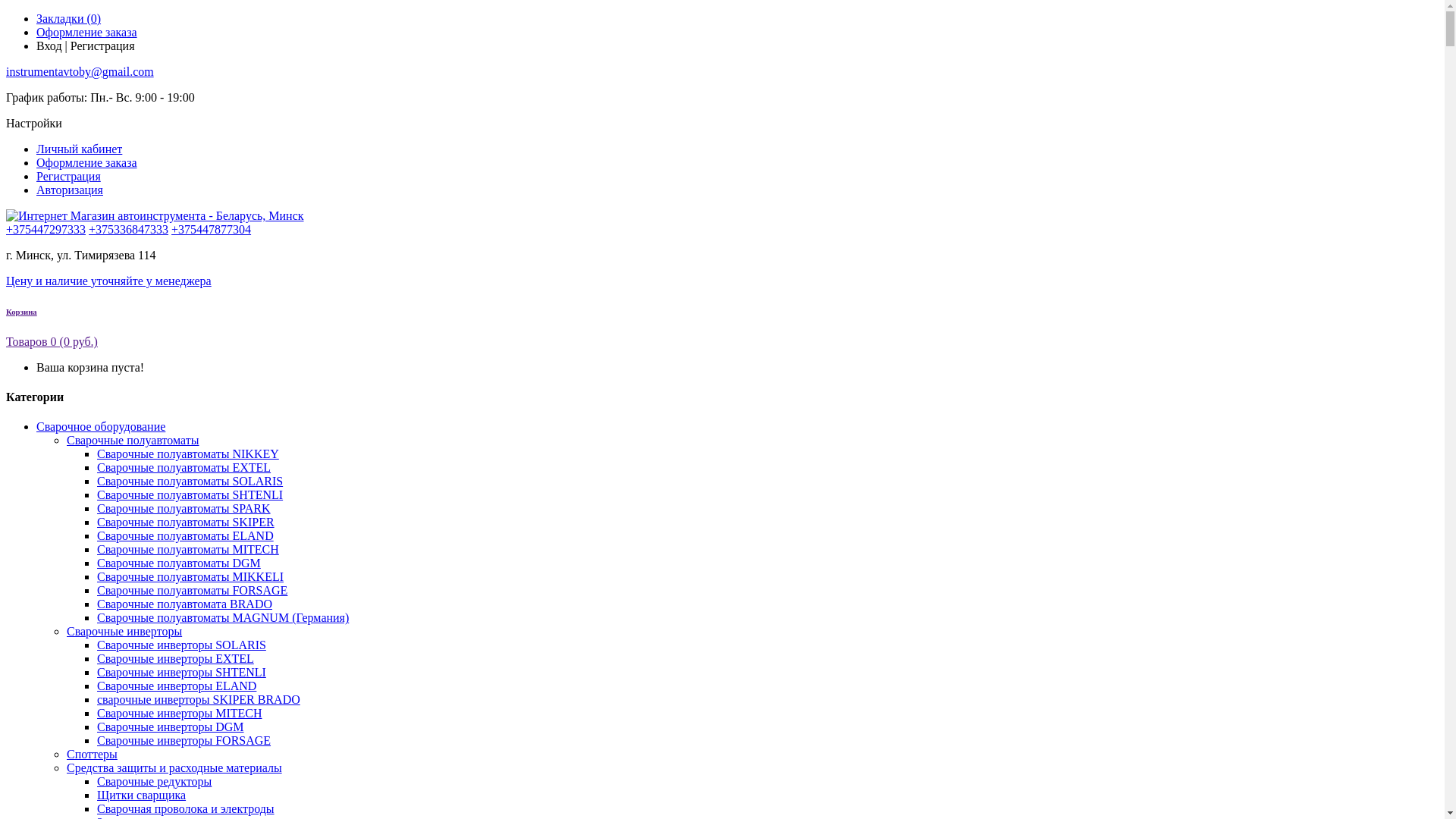 This screenshot has height=819, width=1456. I want to click on '+375336847333', so click(128, 229).